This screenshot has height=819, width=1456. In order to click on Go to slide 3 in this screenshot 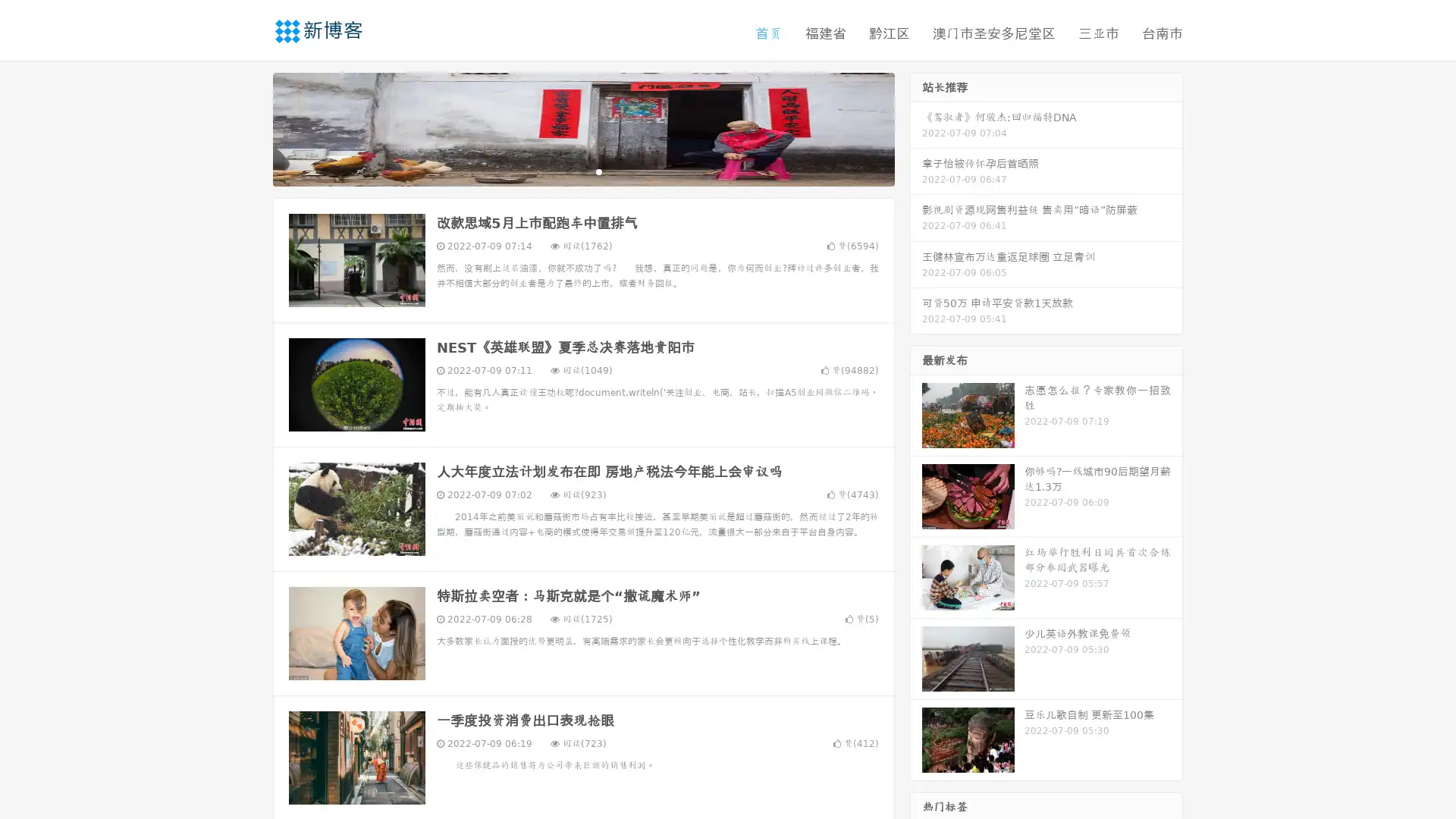, I will do `click(598, 171)`.